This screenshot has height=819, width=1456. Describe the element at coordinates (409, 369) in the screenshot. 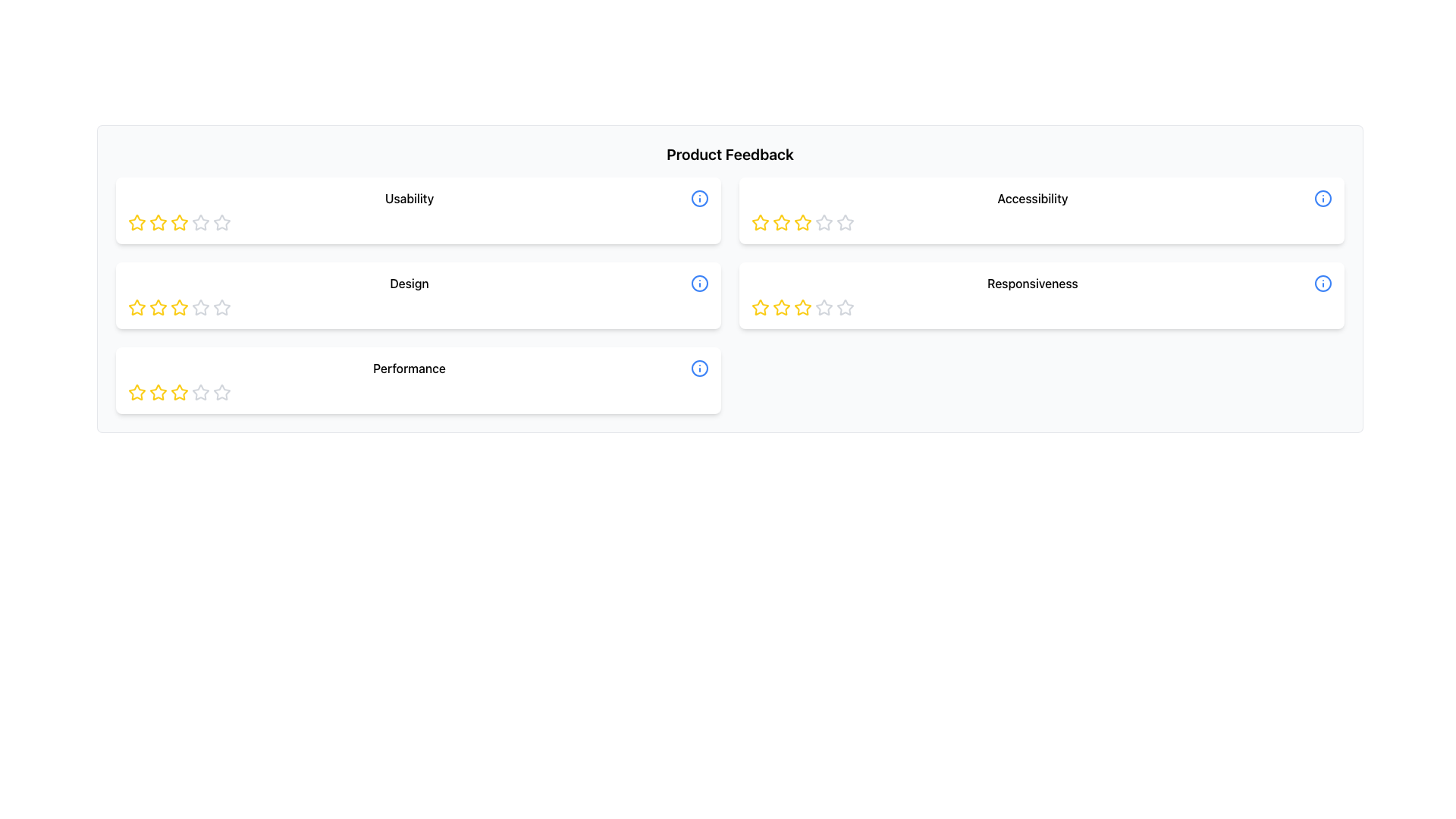

I see `the static text label displaying 'Performance', located in the third feedback panel under the 'Design' section on the left column` at that location.